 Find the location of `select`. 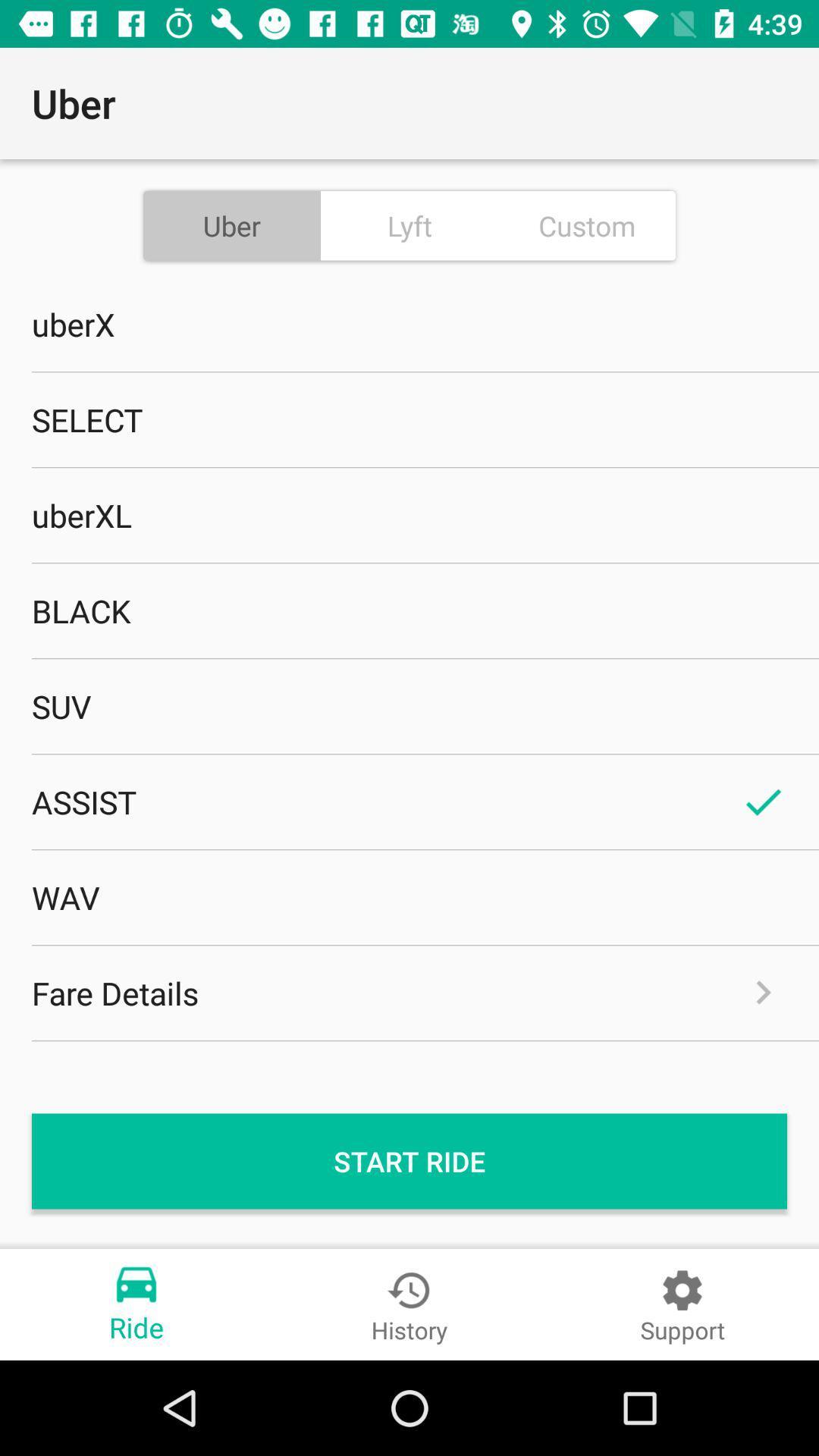

select is located at coordinates (409, 419).